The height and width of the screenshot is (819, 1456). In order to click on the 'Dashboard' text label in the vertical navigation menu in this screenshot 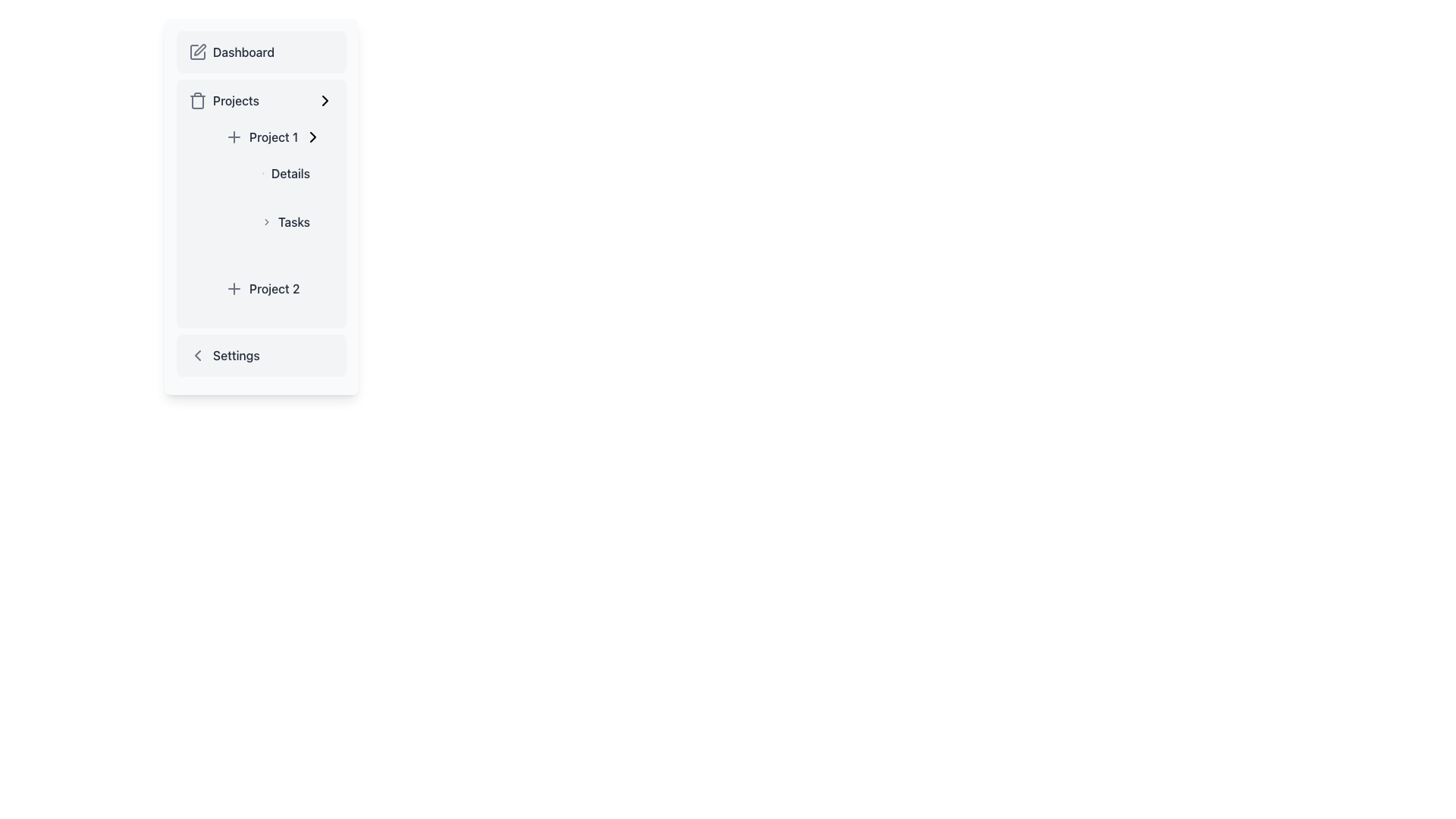, I will do `click(243, 52)`.